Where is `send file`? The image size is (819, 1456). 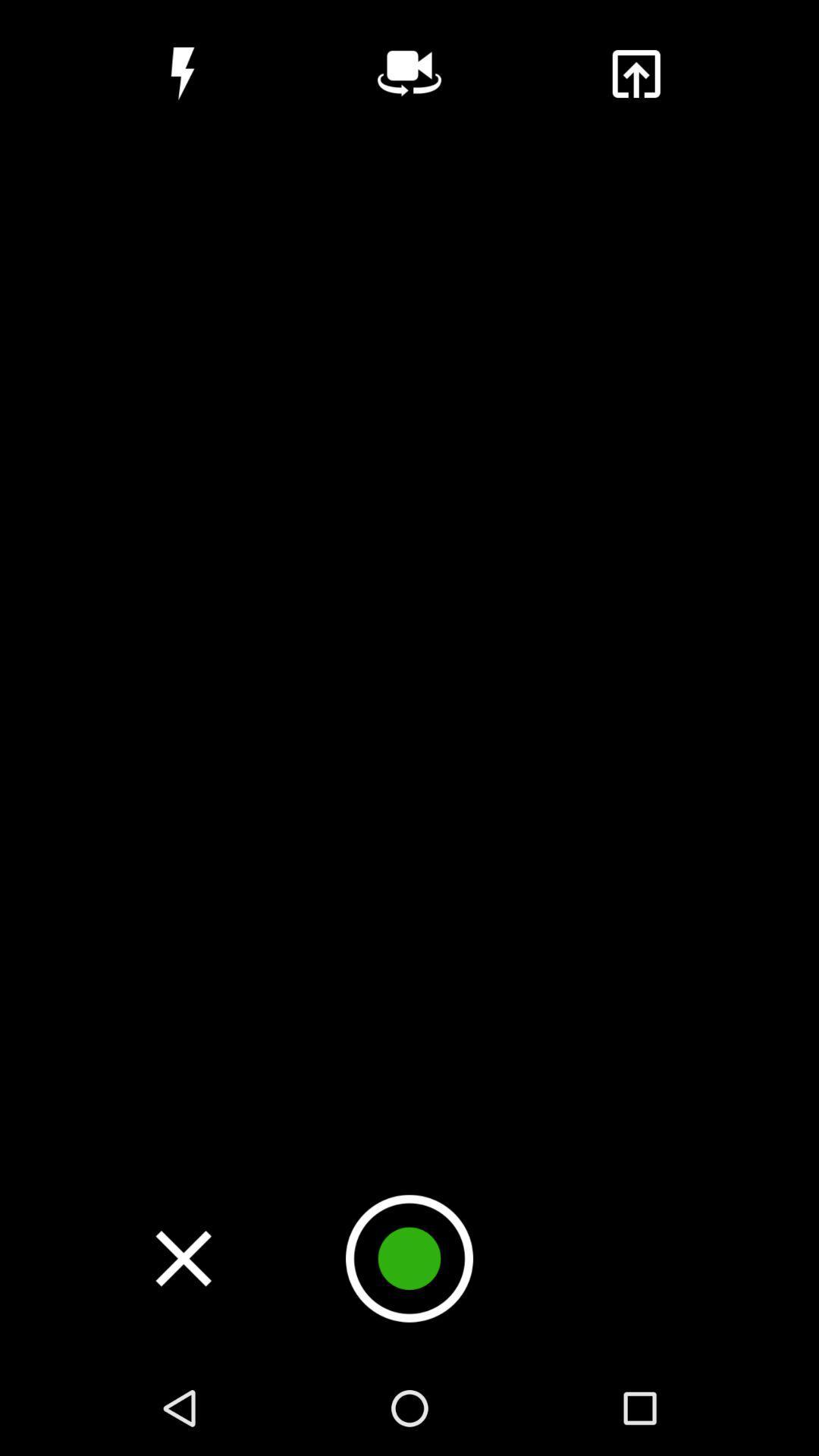 send file is located at coordinates (635, 73).